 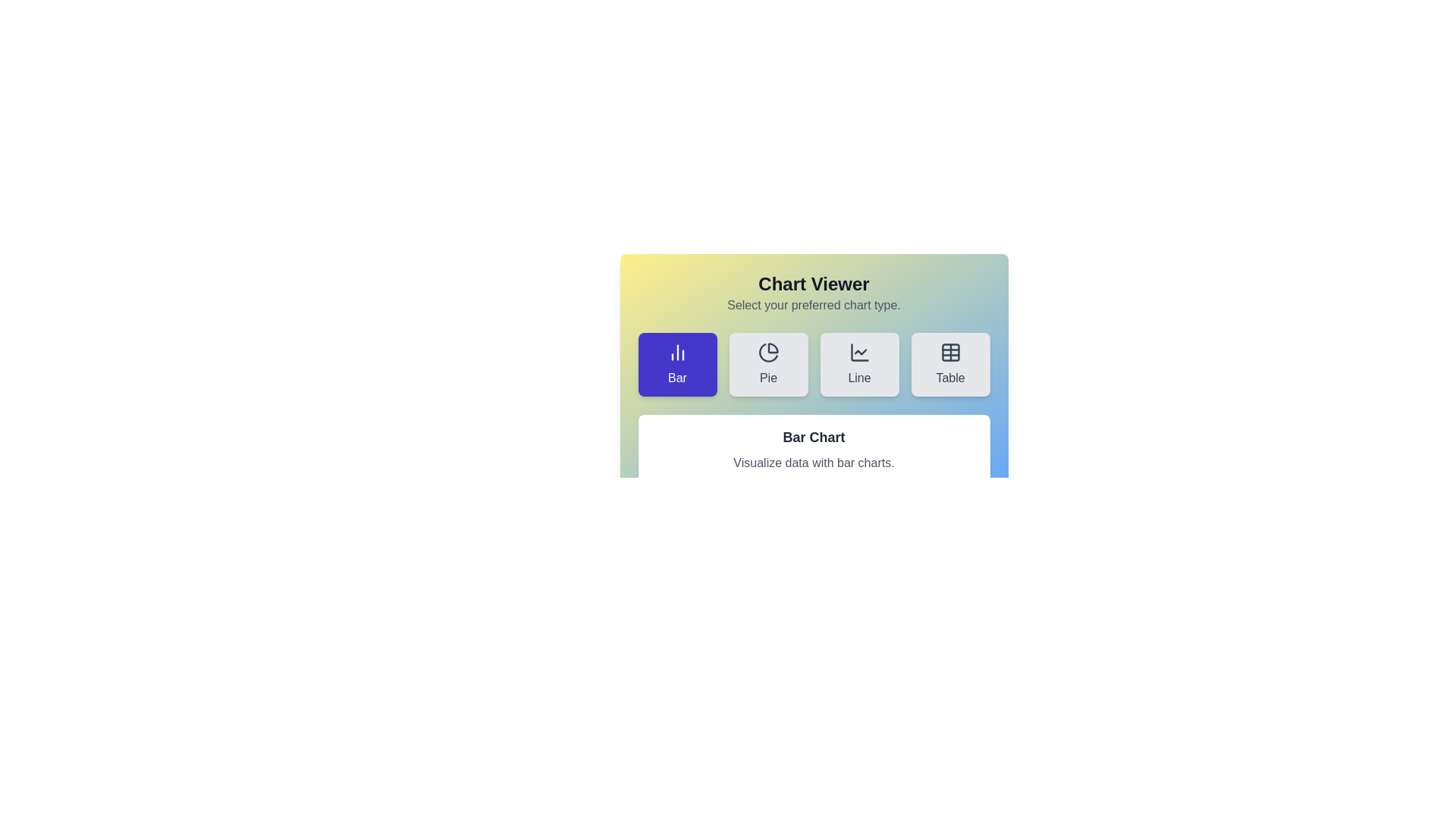 I want to click on one of the buttons in the chart type selection bar located in the 'Chart Viewer' section, so click(x=813, y=365).